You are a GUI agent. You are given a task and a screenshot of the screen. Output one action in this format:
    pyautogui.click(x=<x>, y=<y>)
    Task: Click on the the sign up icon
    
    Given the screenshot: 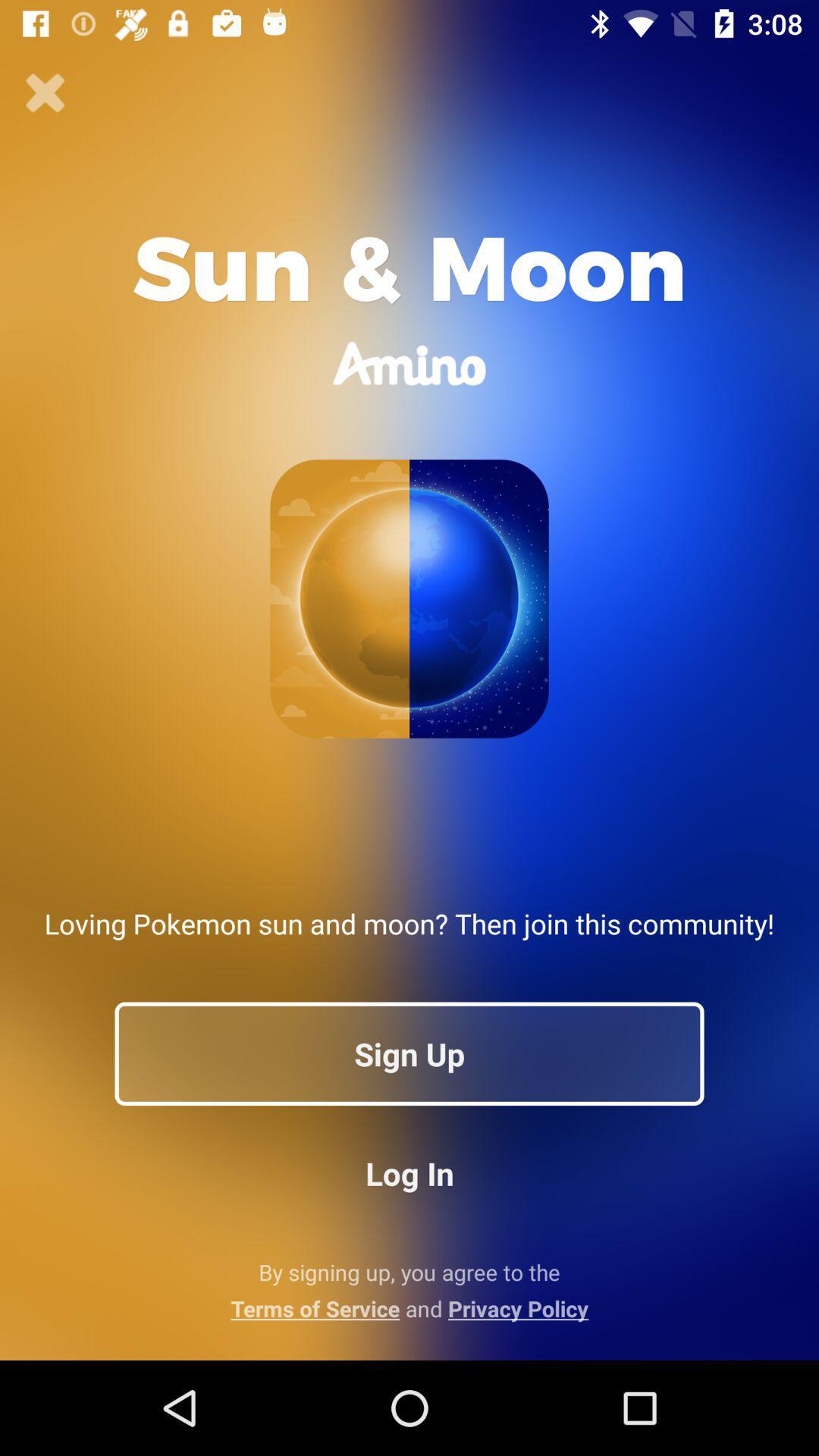 What is the action you would take?
    pyautogui.click(x=409, y=1053)
    